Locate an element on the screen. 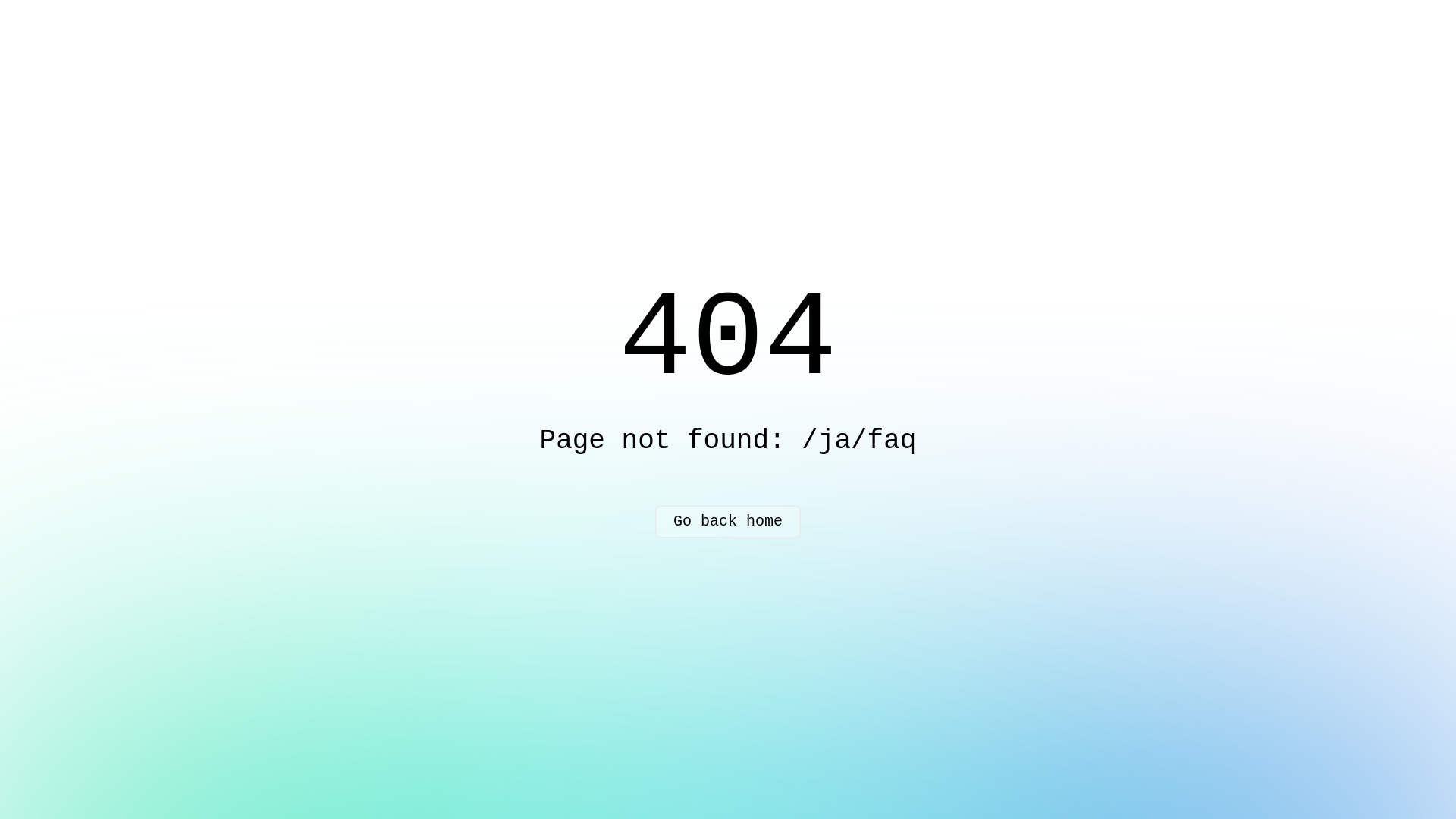 This screenshot has width=1456, height=819. 'Go back home' is located at coordinates (728, 520).